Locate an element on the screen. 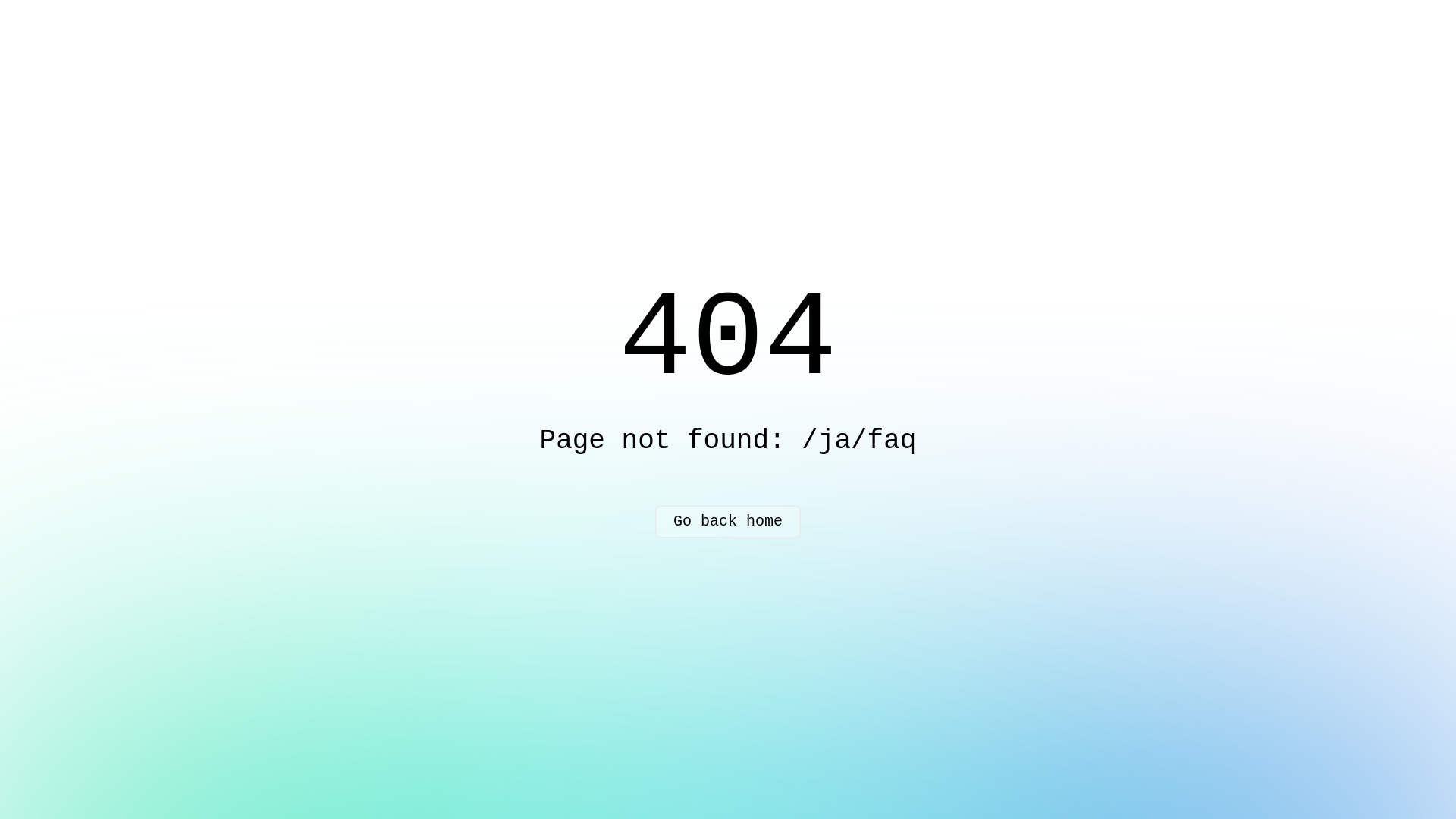 This screenshot has width=1456, height=819. 'Go back home' is located at coordinates (728, 520).